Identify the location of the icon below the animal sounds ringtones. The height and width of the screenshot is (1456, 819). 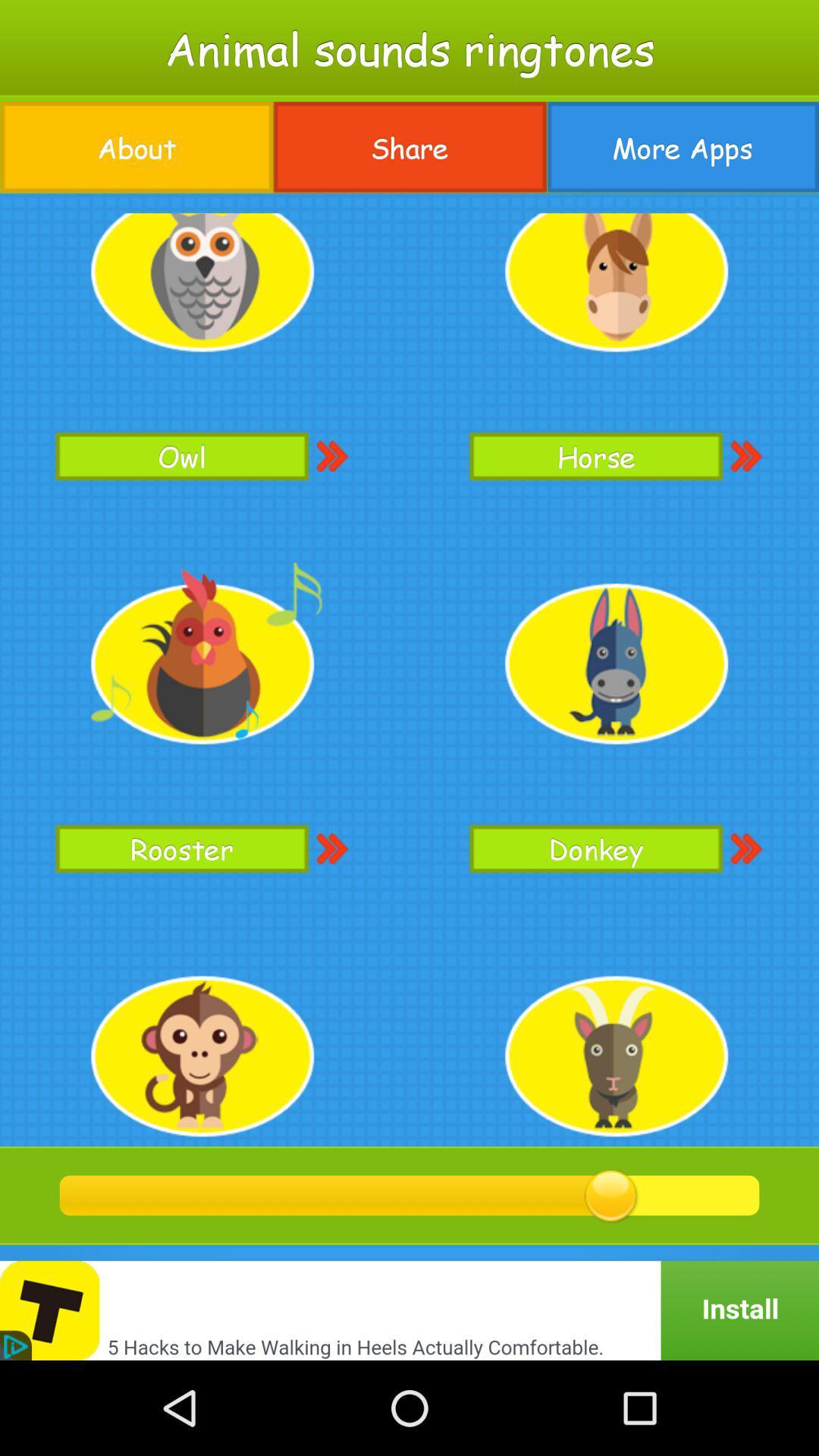
(682, 147).